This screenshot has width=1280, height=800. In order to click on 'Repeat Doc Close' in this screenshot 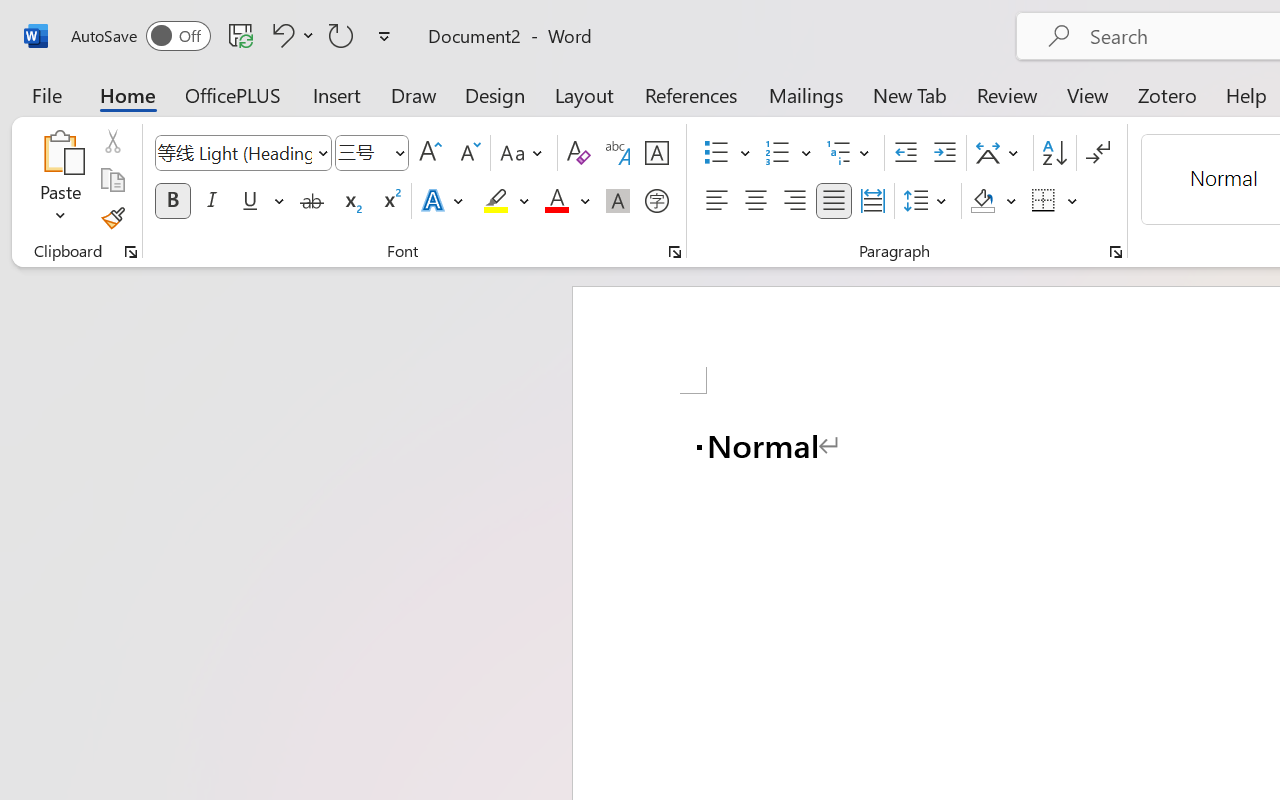, I will do `click(341, 34)`.